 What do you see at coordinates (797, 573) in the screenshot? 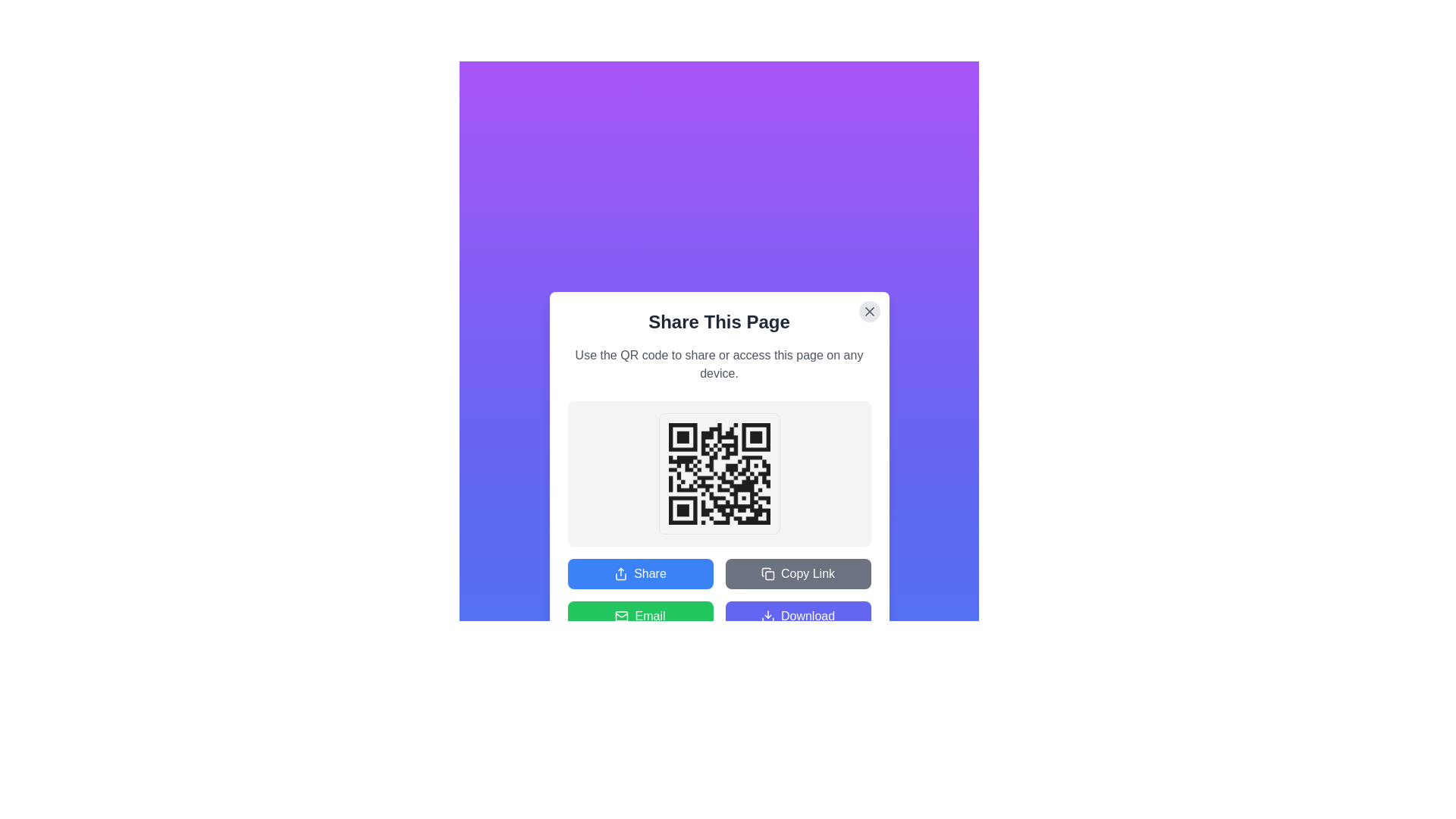
I see `the button with text and icon that copies a link to the clipboard` at bounding box center [797, 573].